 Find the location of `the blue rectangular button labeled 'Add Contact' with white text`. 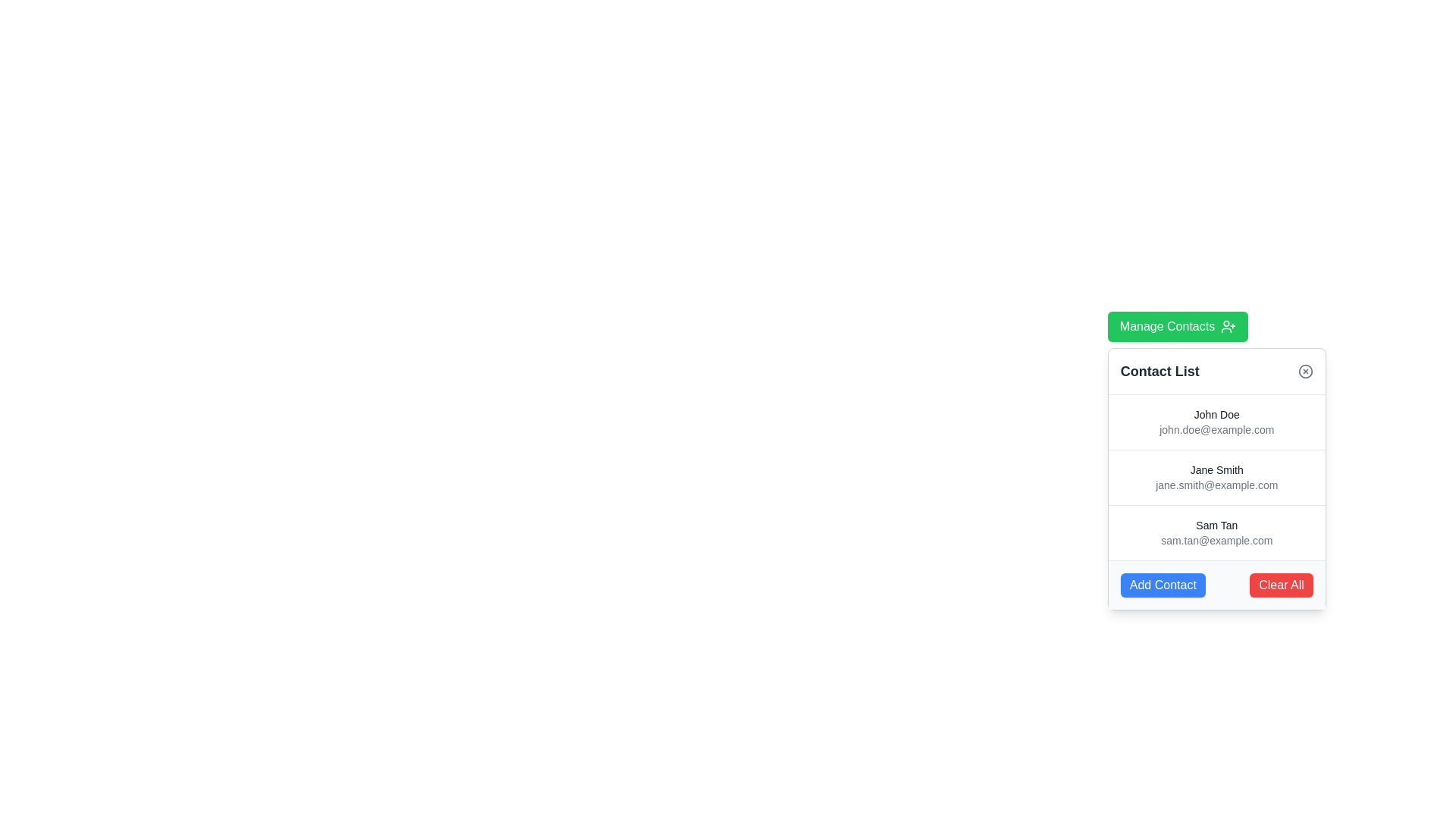

the blue rectangular button labeled 'Add Contact' with white text is located at coordinates (1162, 584).